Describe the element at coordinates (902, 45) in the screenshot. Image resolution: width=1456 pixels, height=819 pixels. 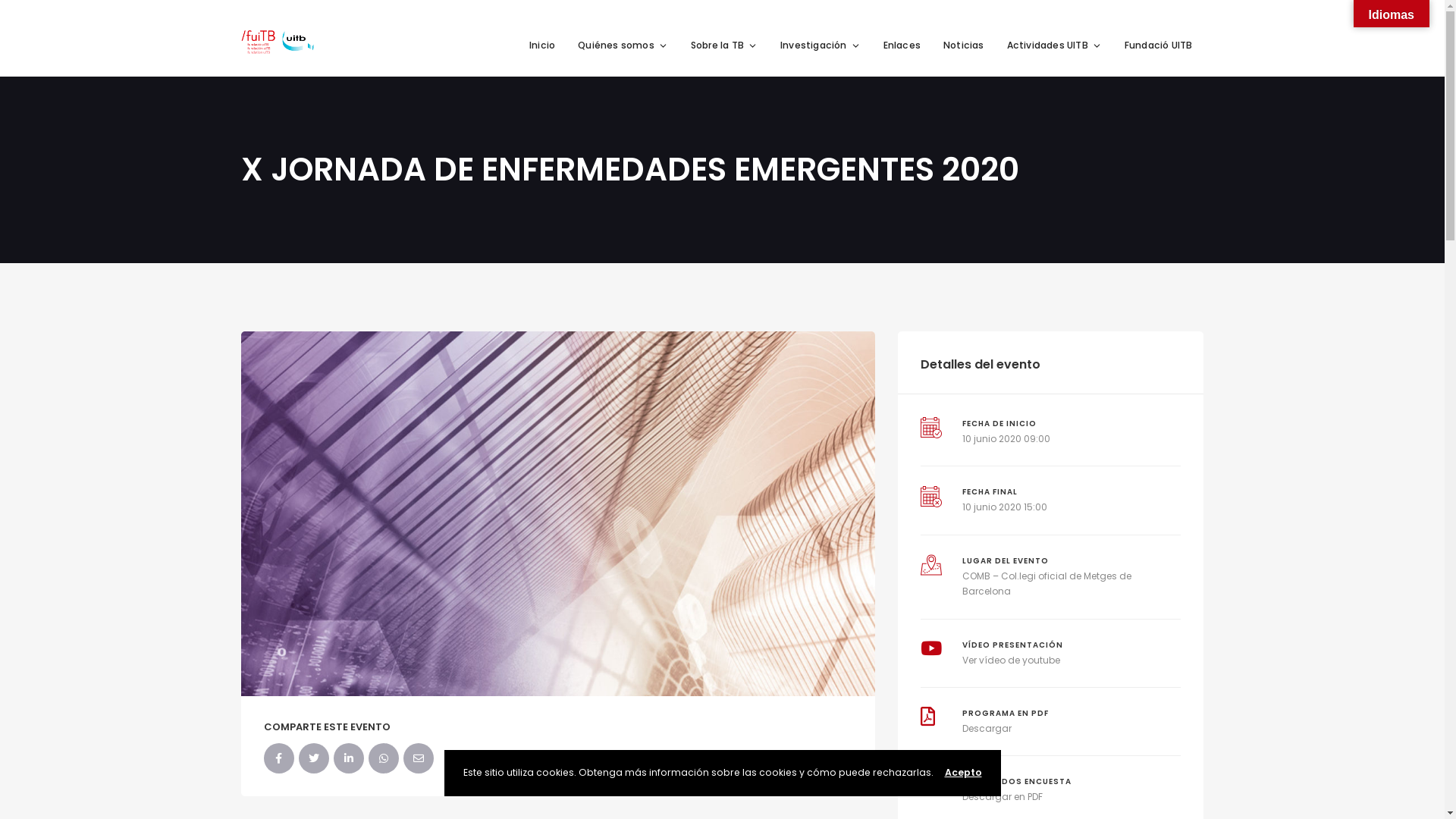
I see `'Enlaces'` at that location.